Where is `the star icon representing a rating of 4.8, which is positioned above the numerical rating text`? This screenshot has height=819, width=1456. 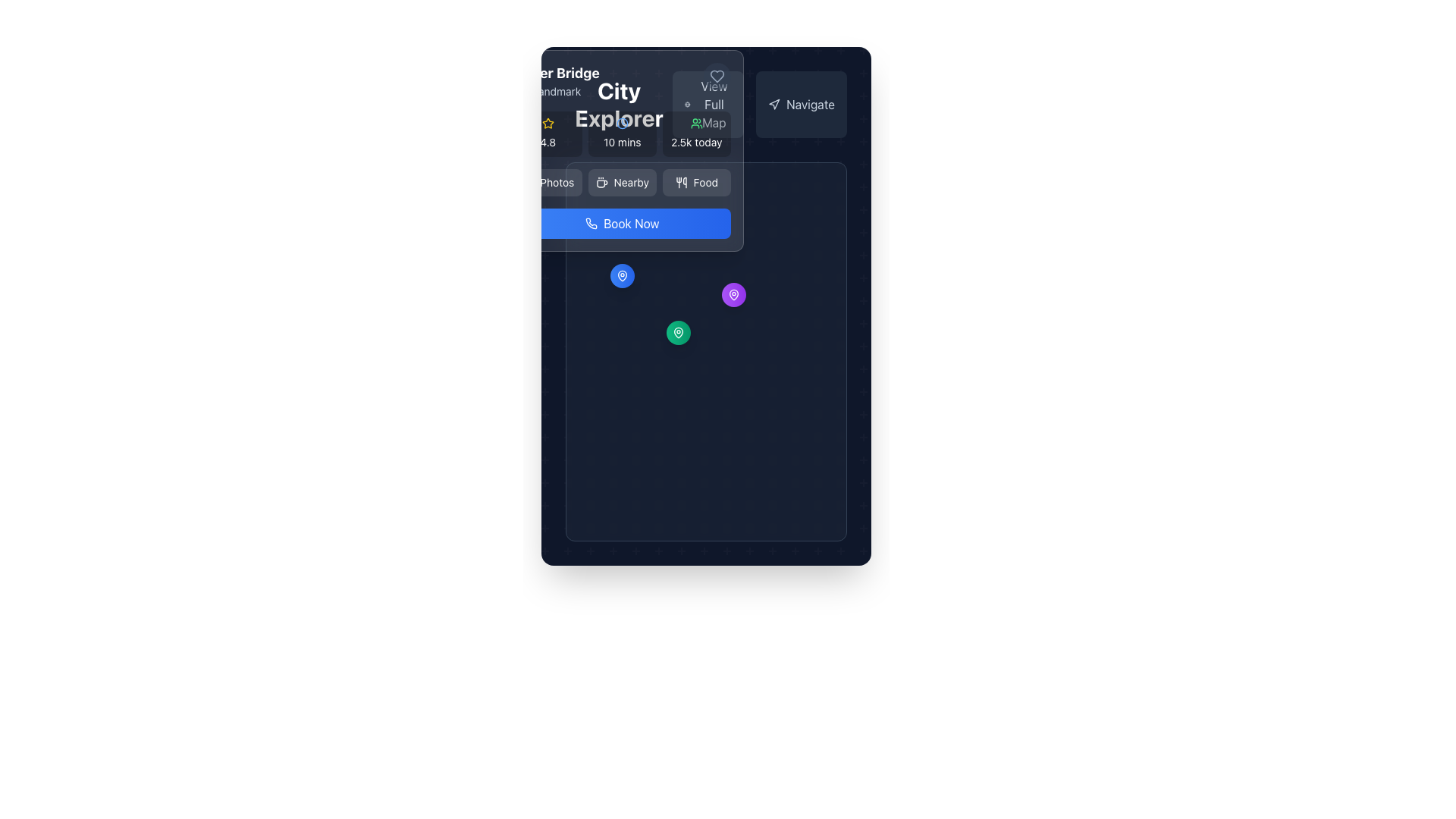 the star icon representing a rating of 4.8, which is positioned above the numerical rating text is located at coordinates (547, 123).